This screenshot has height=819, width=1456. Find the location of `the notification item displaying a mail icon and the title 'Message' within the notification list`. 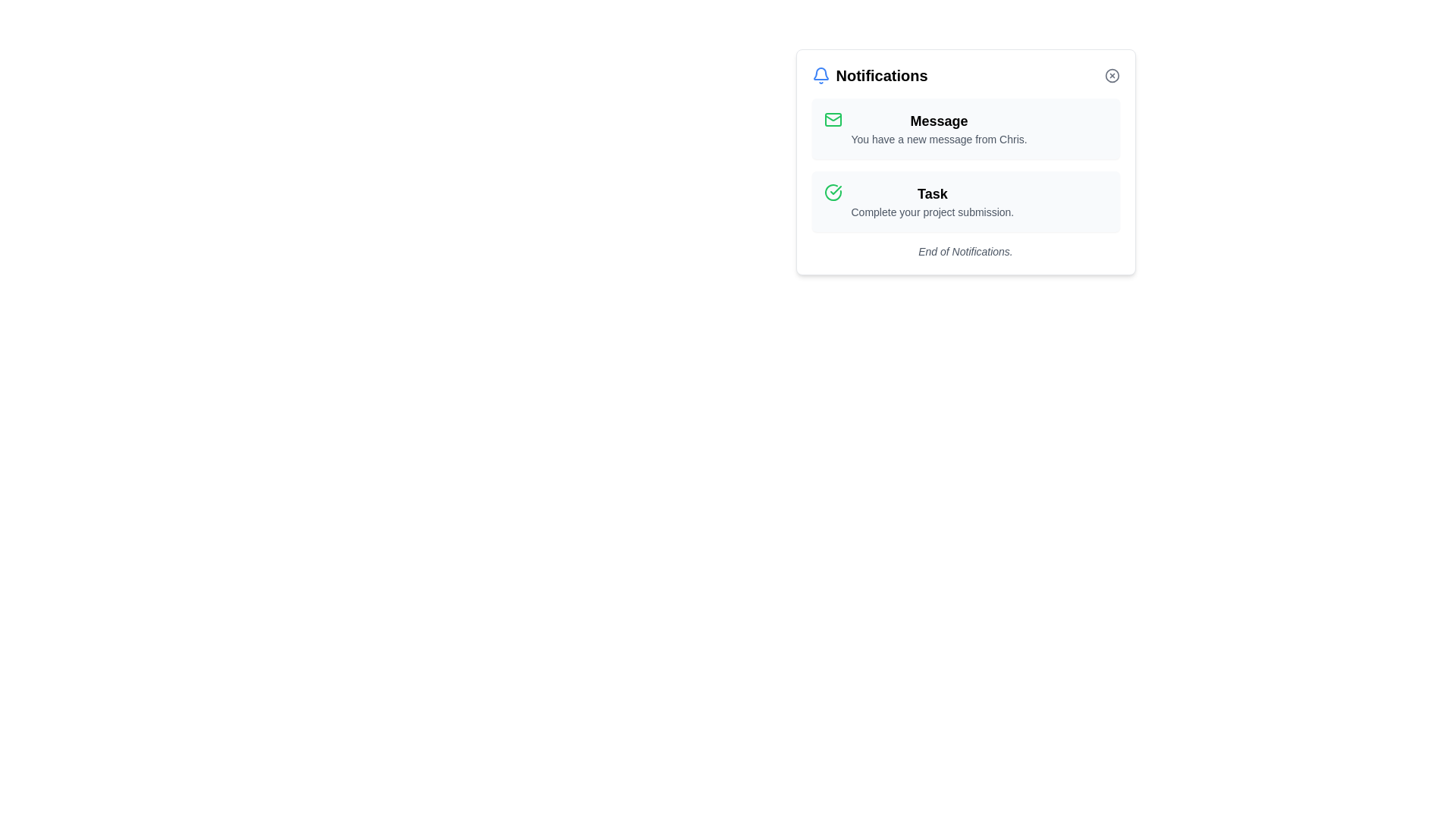

the notification item displaying a mail icon and the title 'Message' within the notification list is located at coordinates (965, 127).